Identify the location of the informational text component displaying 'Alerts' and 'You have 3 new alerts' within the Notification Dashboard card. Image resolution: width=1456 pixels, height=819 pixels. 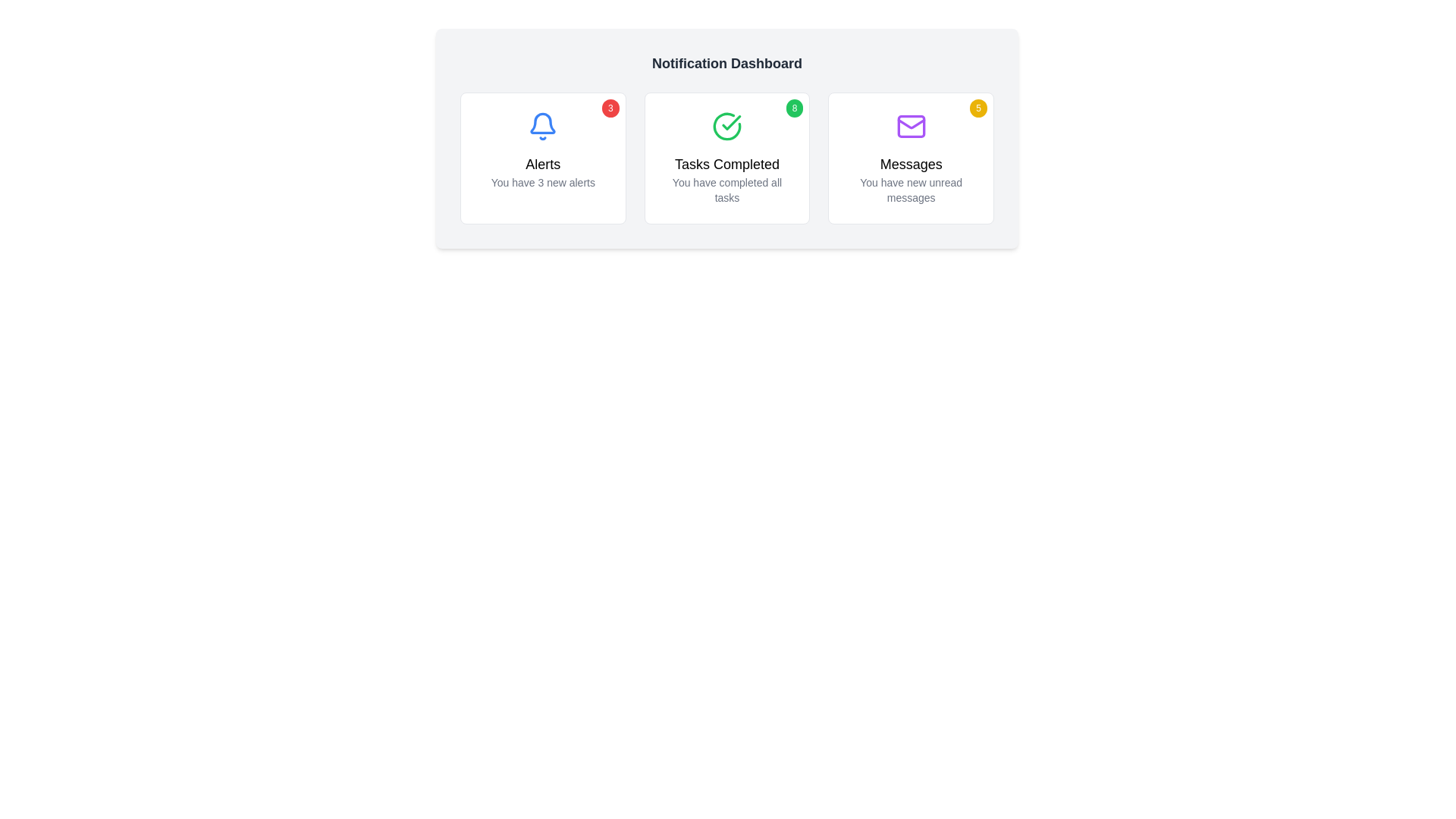
(543, 171).